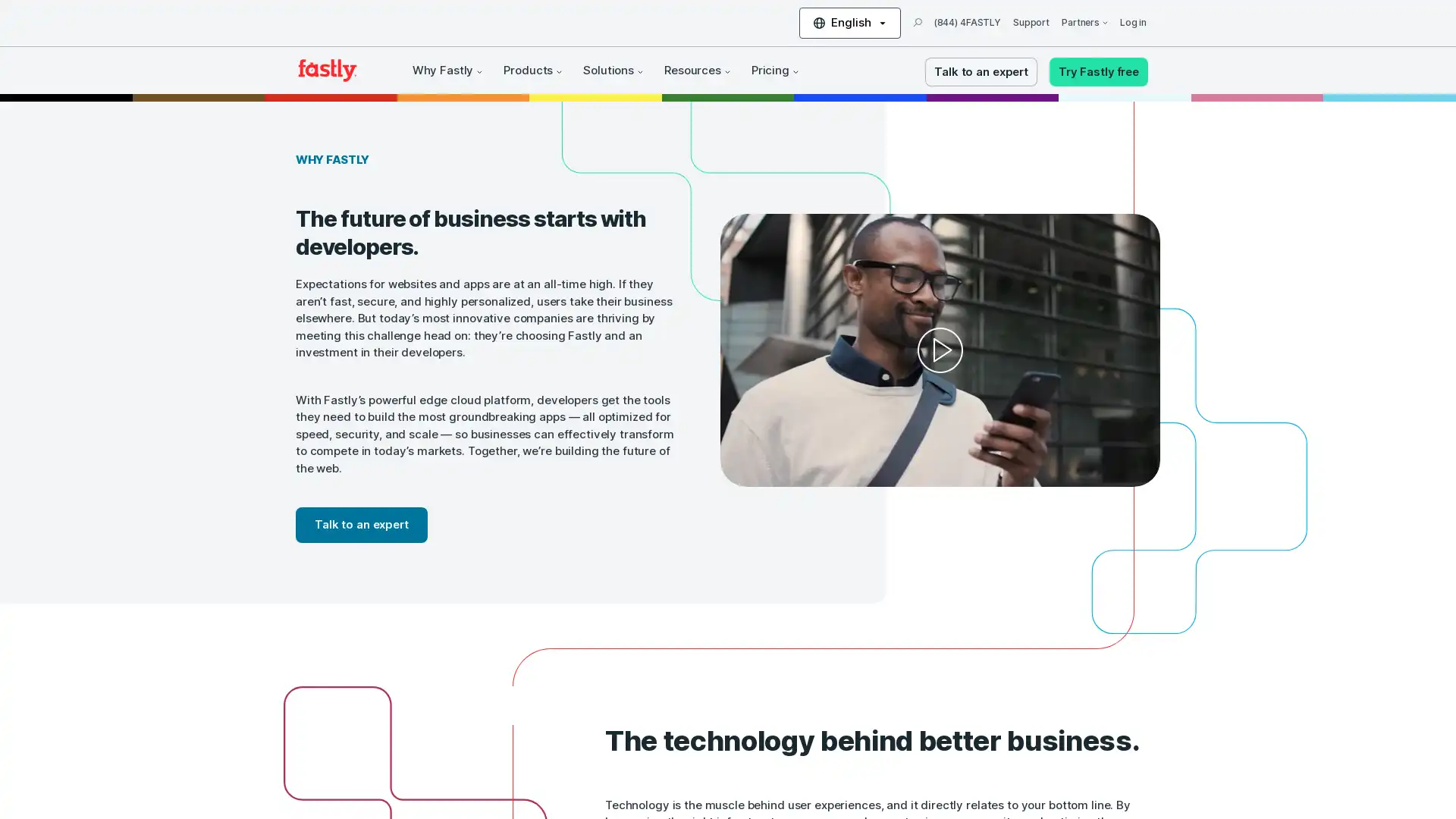 The width and height of the screenshot is (1456, 819). What do you see at coordinates (154, 761) in the screenshot?
I see `Cookies Settings` at bounding box center [154, 761].